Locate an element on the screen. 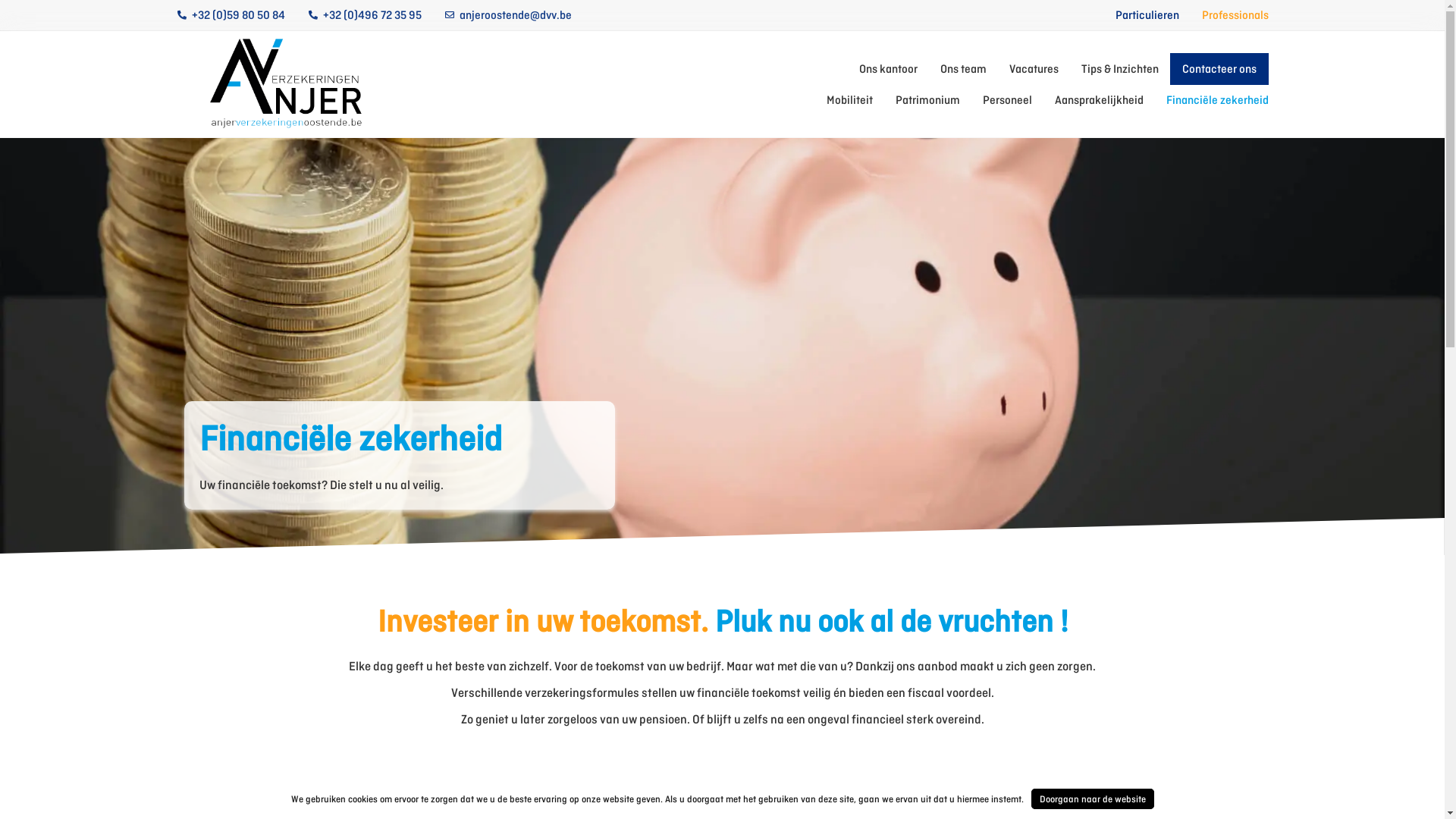 This screenshot has width=1456, height=819. 'Aansprakelijkheid' is located at coordinates (1098, 99).